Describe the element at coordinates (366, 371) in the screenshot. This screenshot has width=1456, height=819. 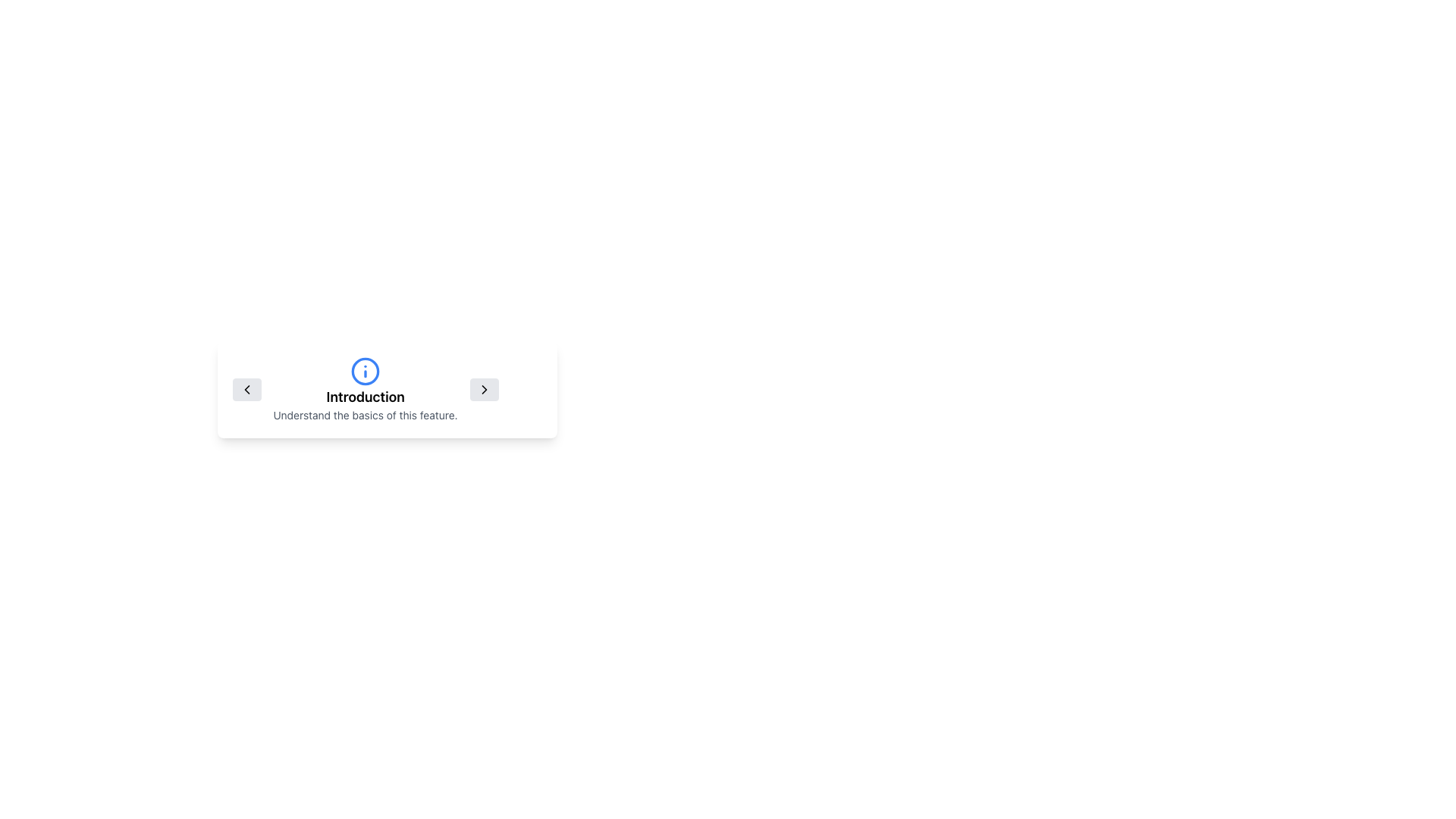
I see `the blue circular outline of the info icon located at the center of the UI card` at that location.